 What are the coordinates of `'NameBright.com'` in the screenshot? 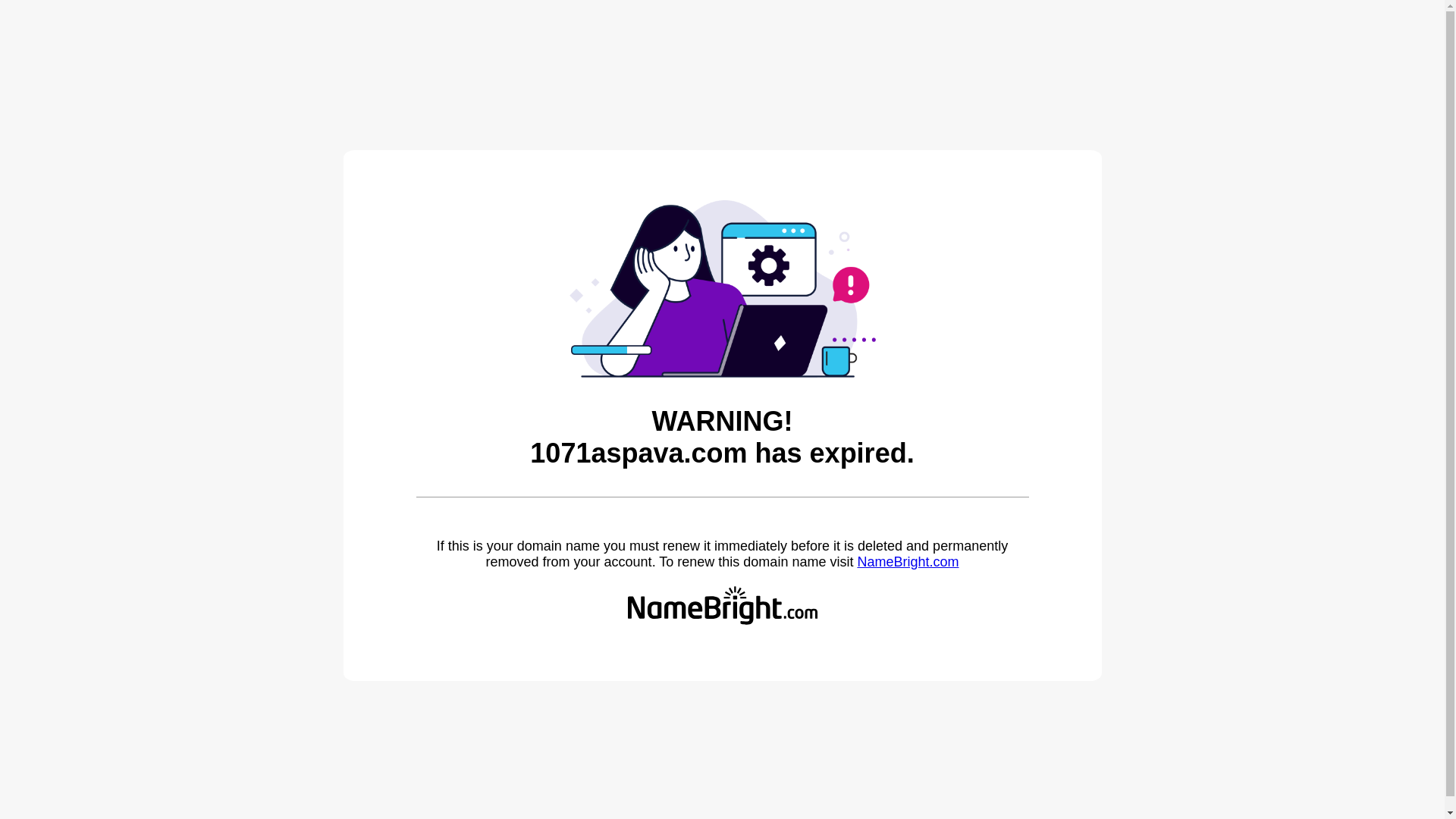 It's located at (856, 561).